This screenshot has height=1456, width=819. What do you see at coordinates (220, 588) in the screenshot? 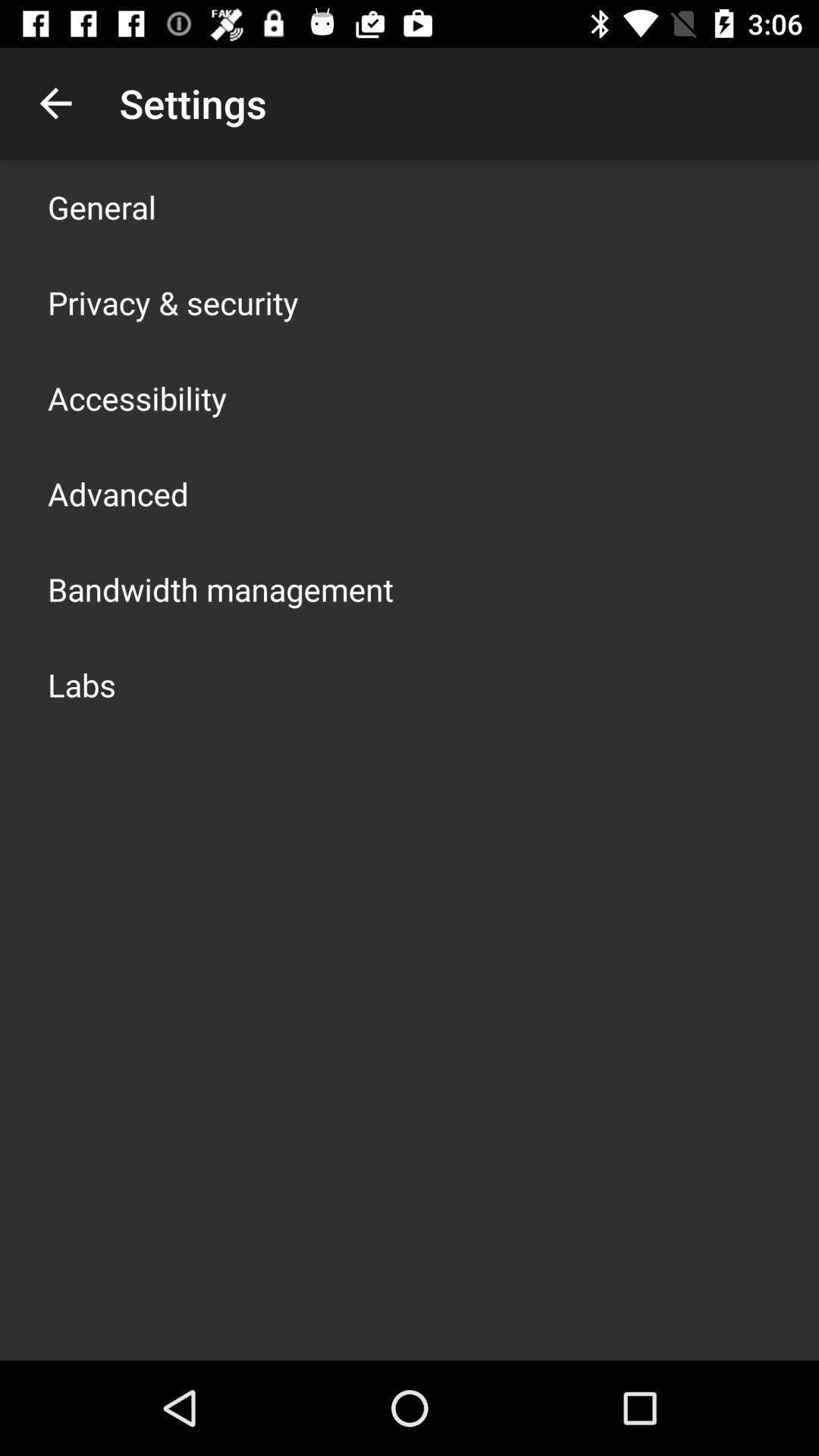
I see `item above labs app` at bounding box center [220, 588].